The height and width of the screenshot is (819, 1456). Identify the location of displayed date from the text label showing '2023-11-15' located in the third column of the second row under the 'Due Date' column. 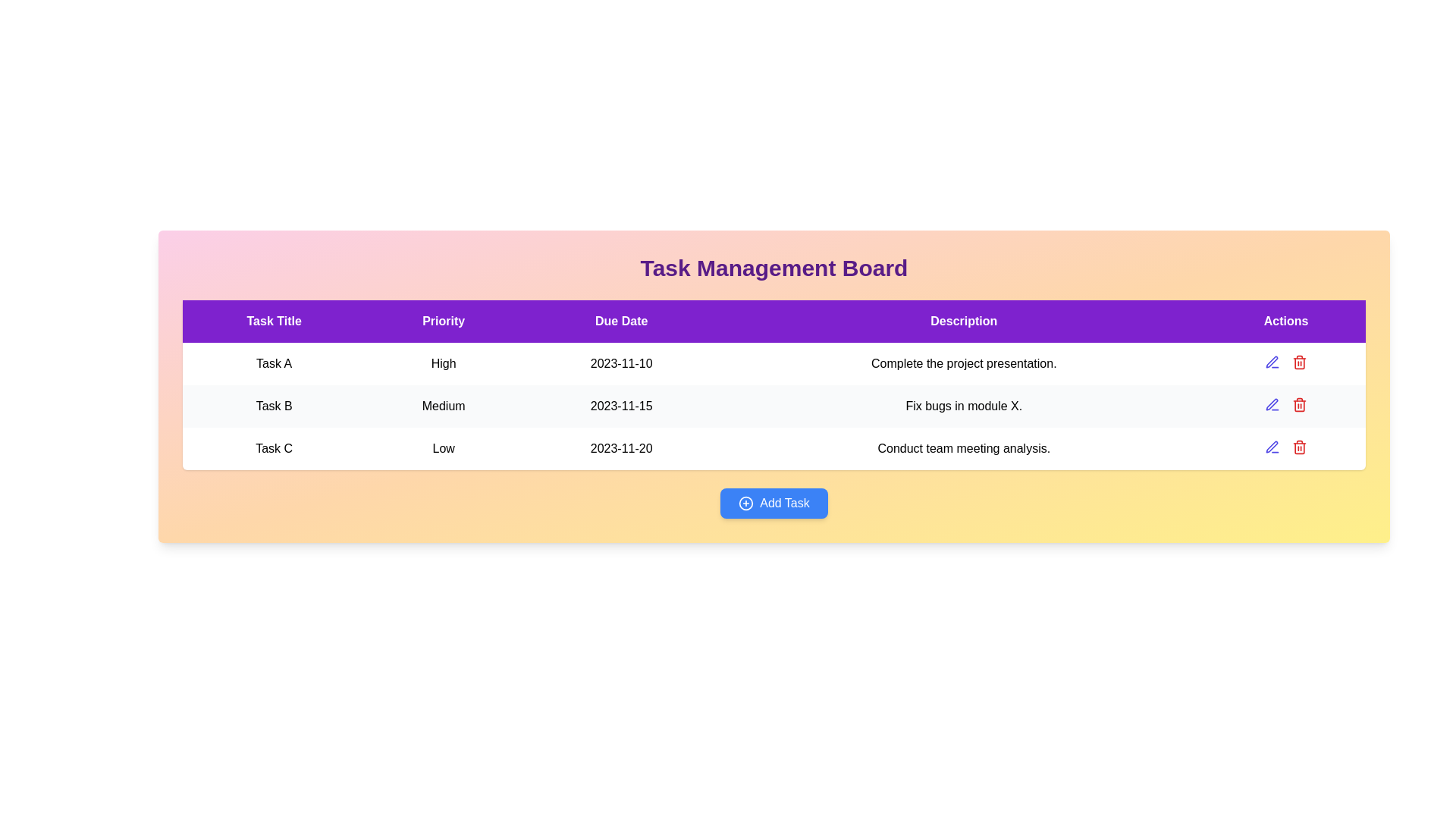
(621, 406).